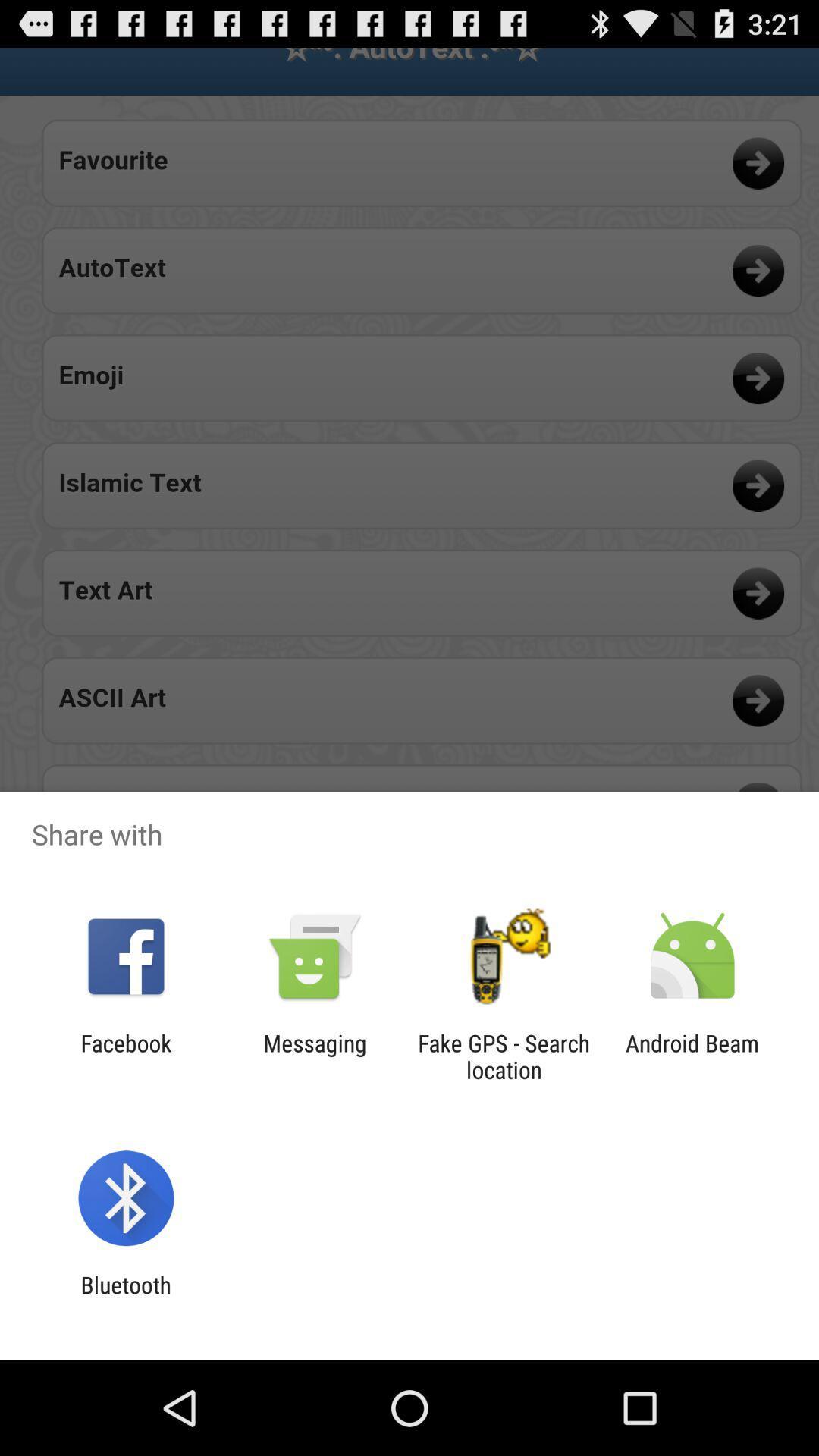 This screenshot has width=819, height=1456. Describe the element at coordinates (692, 1056) in the screenshot. I see `the app to the right of the fake gps search icon` at that location.